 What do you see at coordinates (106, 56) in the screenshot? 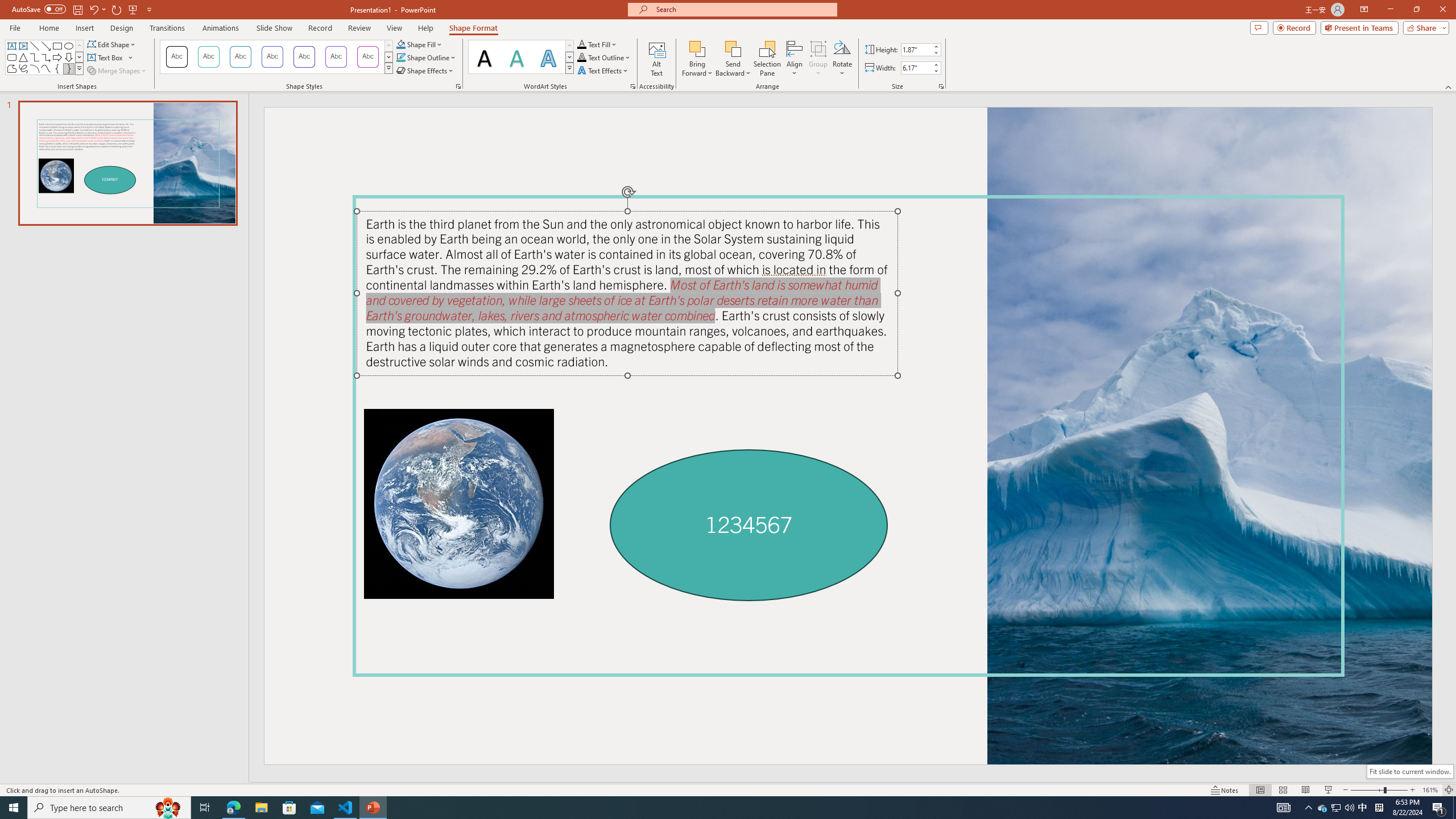
I see `'Draw Horizontal Text Box'` at bounding box center [106, 56].